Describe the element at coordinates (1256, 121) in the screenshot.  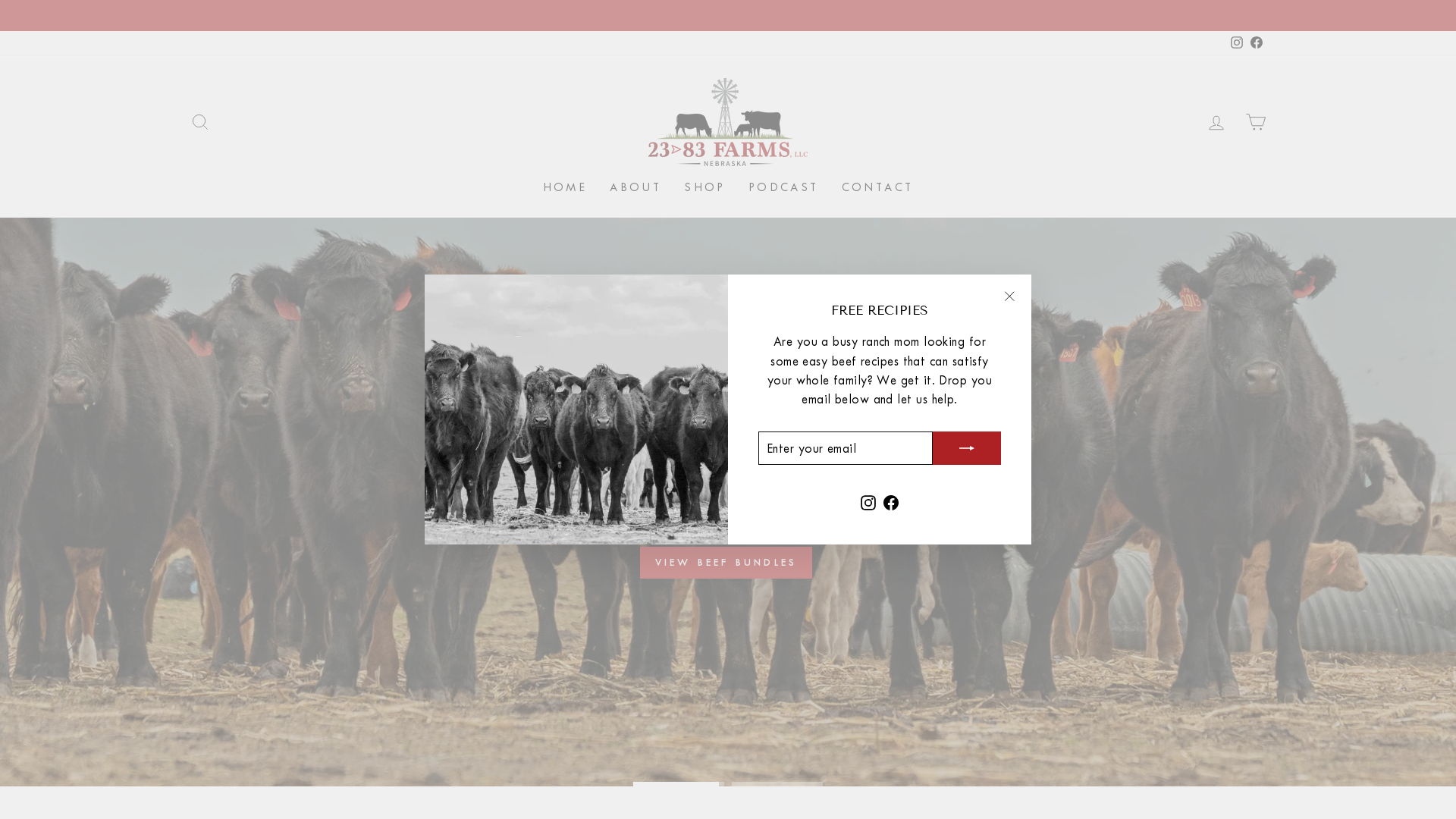
I see `'CART'` at that location.